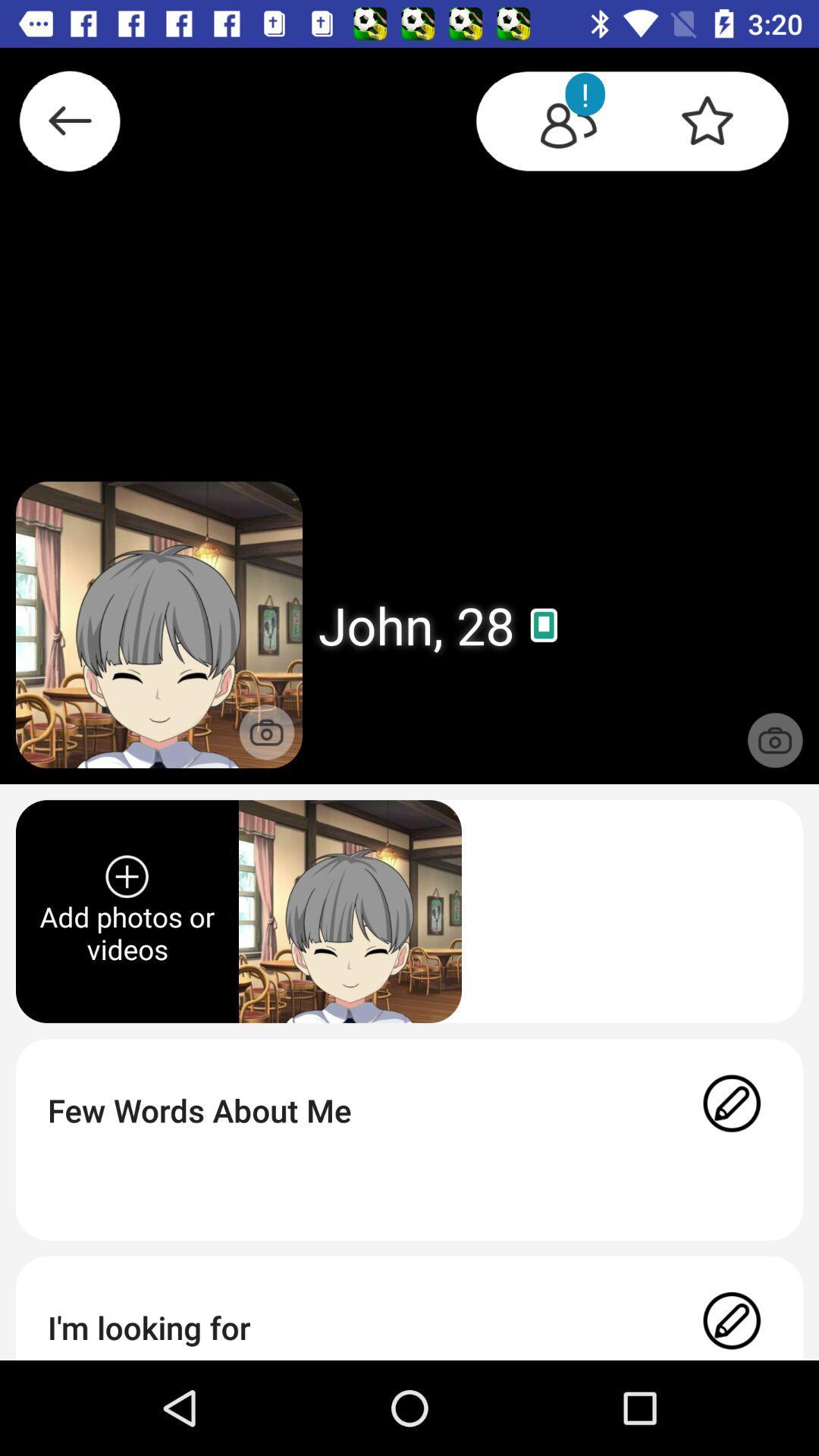 The height and width of the screenshot is (1456, 819). I want to click on the edit icon, so click(731, 1323).